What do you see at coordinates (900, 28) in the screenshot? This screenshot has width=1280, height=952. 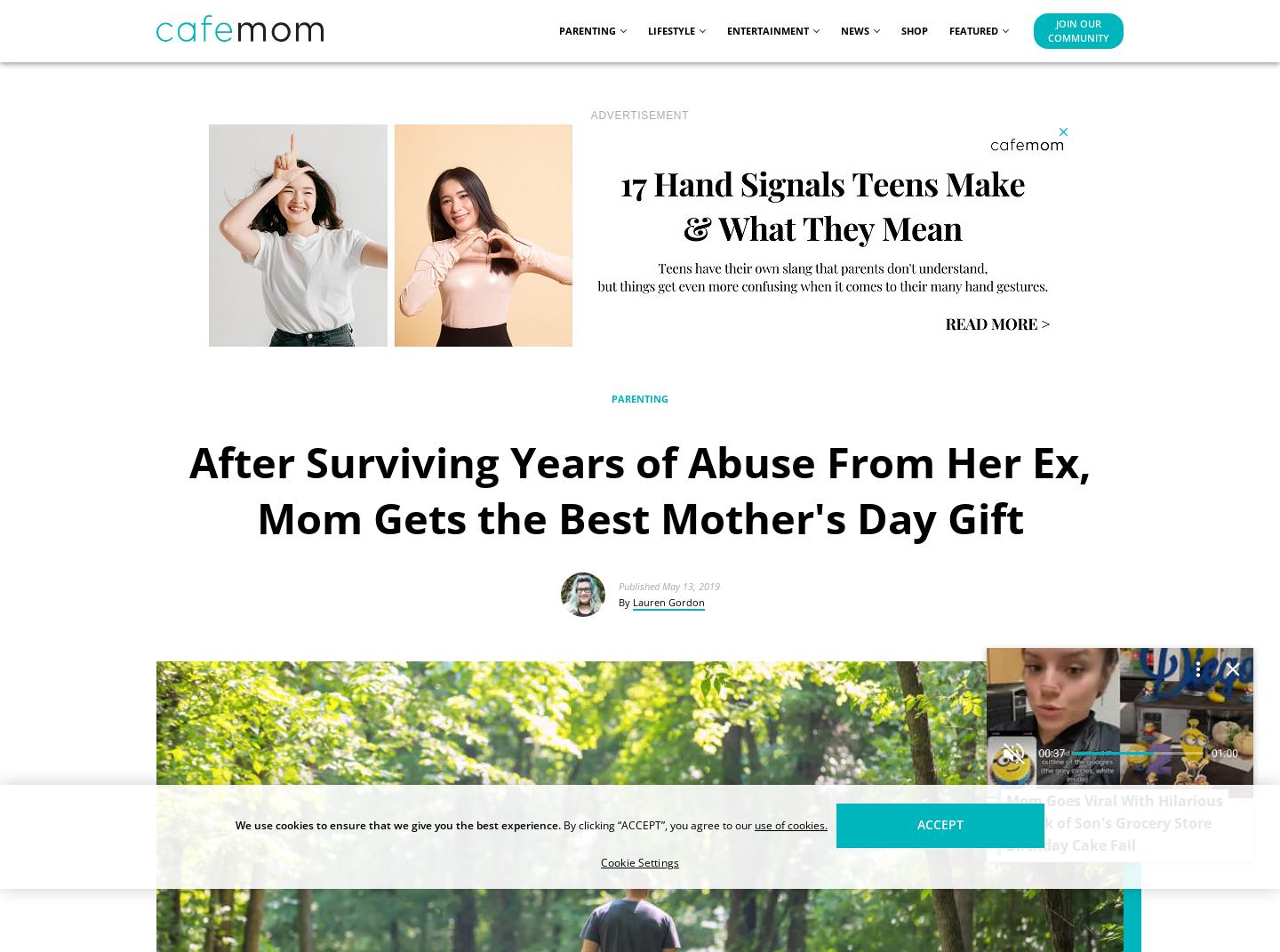 I see `'Shop'` at bounding box center [900, 28].